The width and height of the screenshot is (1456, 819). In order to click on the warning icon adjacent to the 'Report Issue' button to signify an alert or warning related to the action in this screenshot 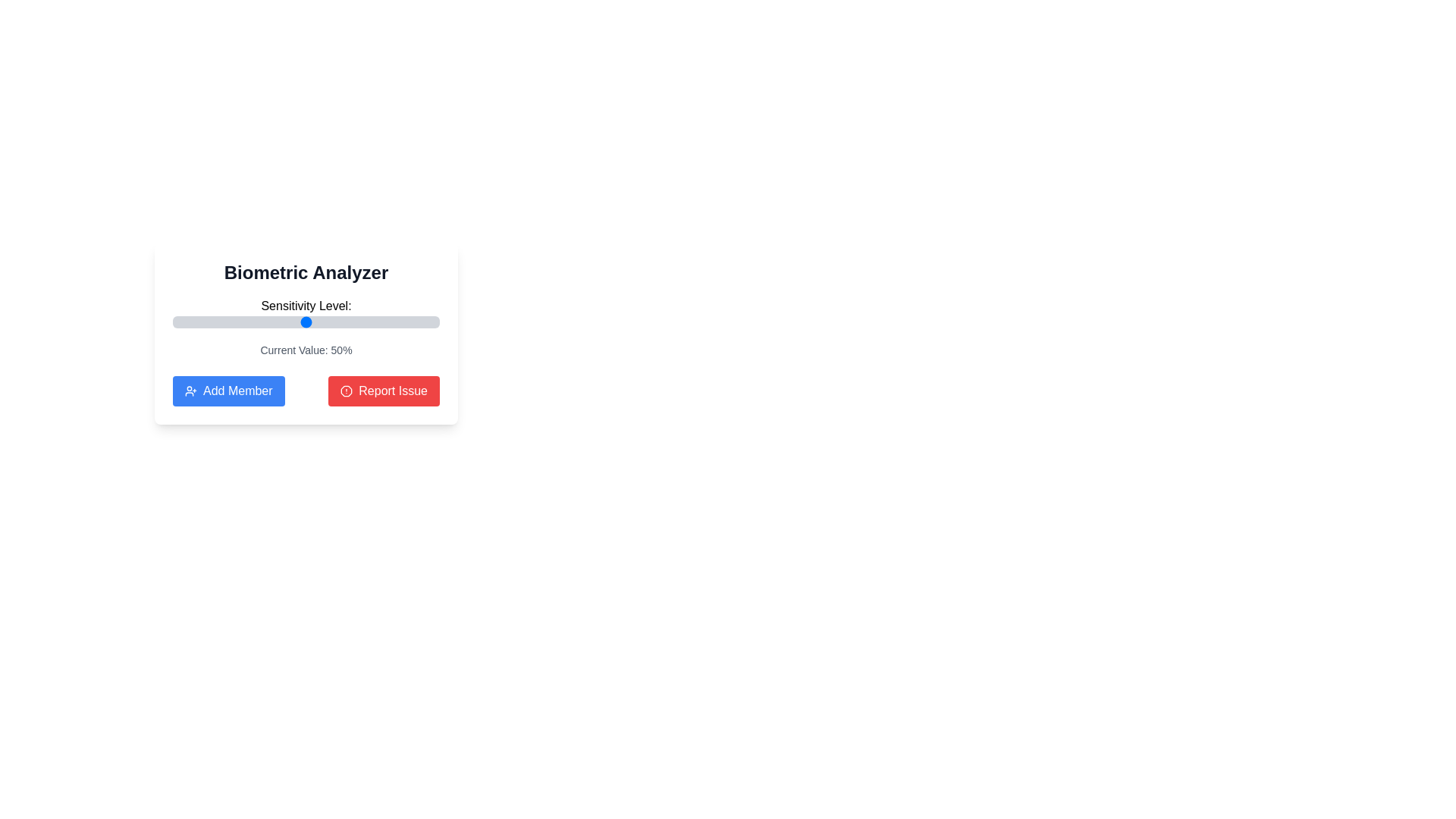, I will do `click(346, 391)`.